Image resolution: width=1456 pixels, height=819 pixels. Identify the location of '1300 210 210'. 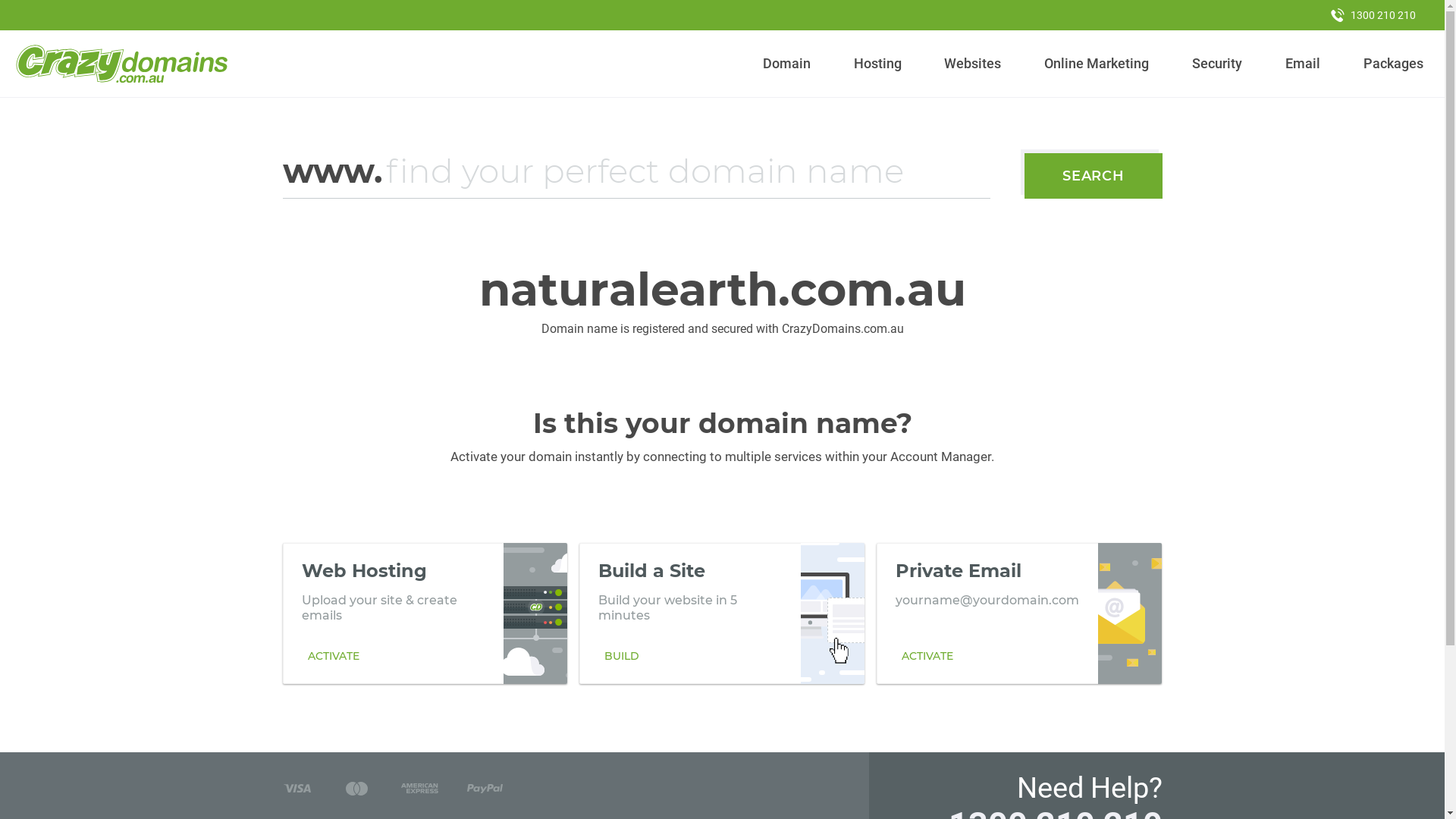
(1373, 14).